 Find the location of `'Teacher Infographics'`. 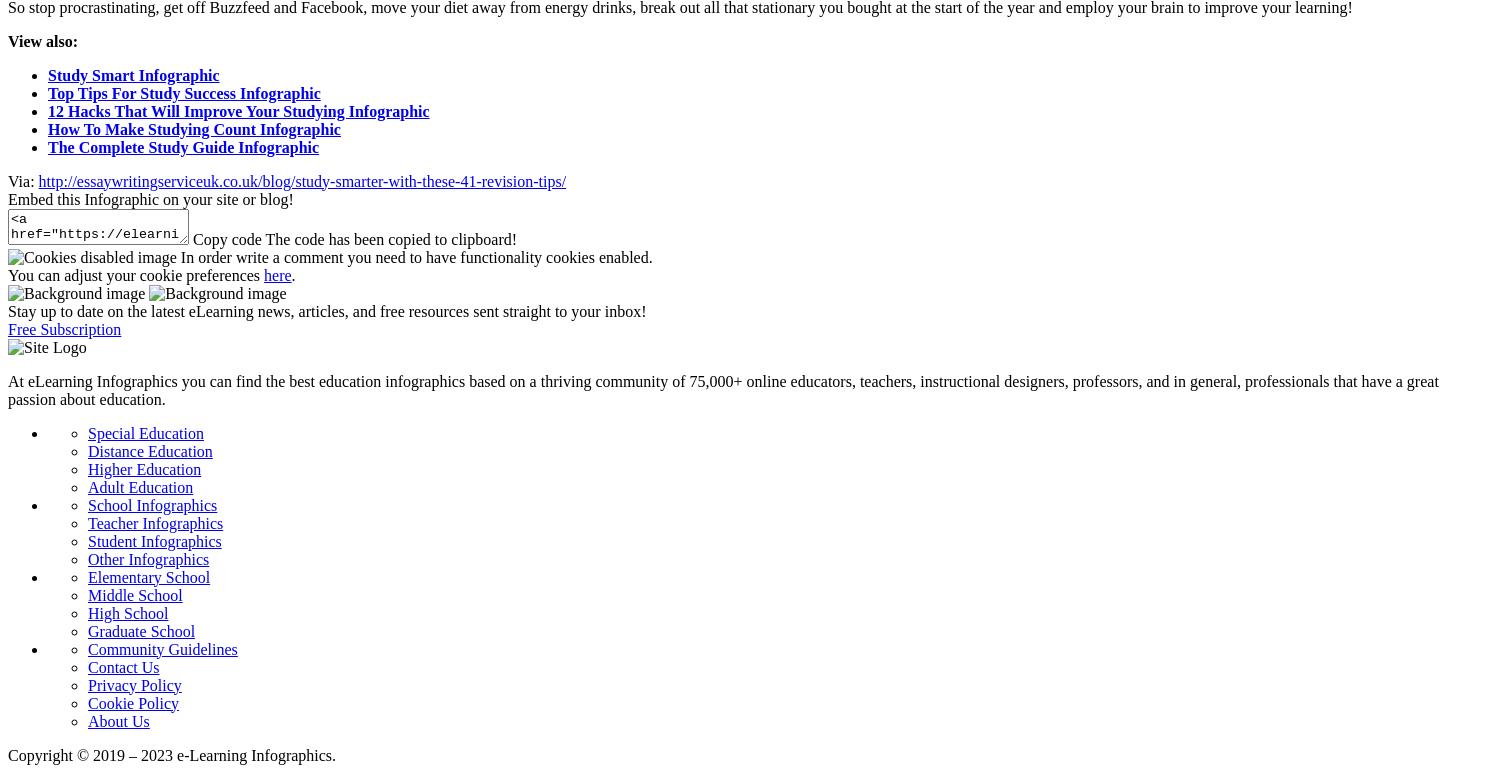

'Teacher Infographics' is located at coordinates (154, 522).